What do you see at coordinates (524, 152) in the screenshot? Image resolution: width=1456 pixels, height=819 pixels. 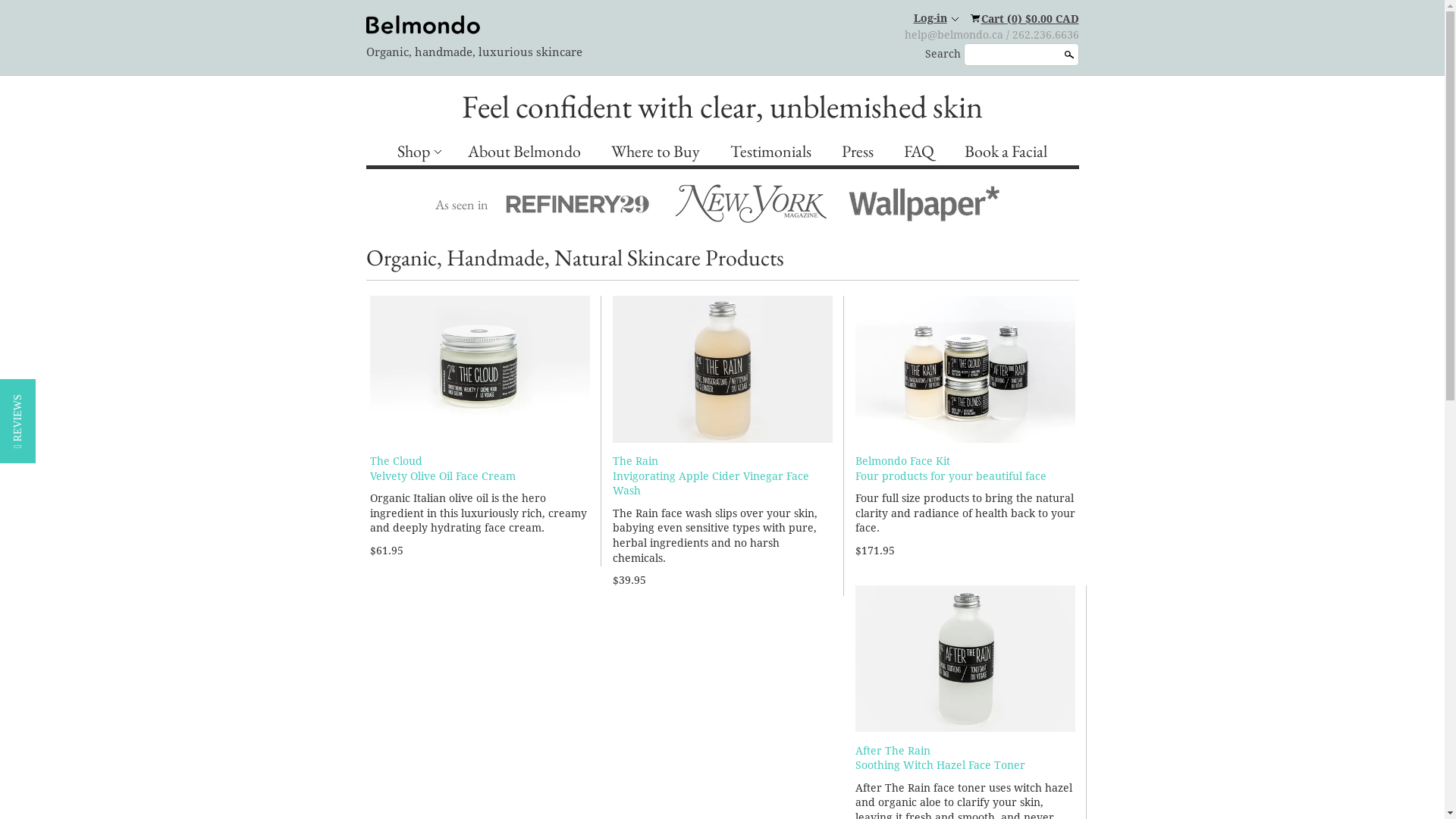 I see `'About Belmondo'` at bounding box center [524, 152].